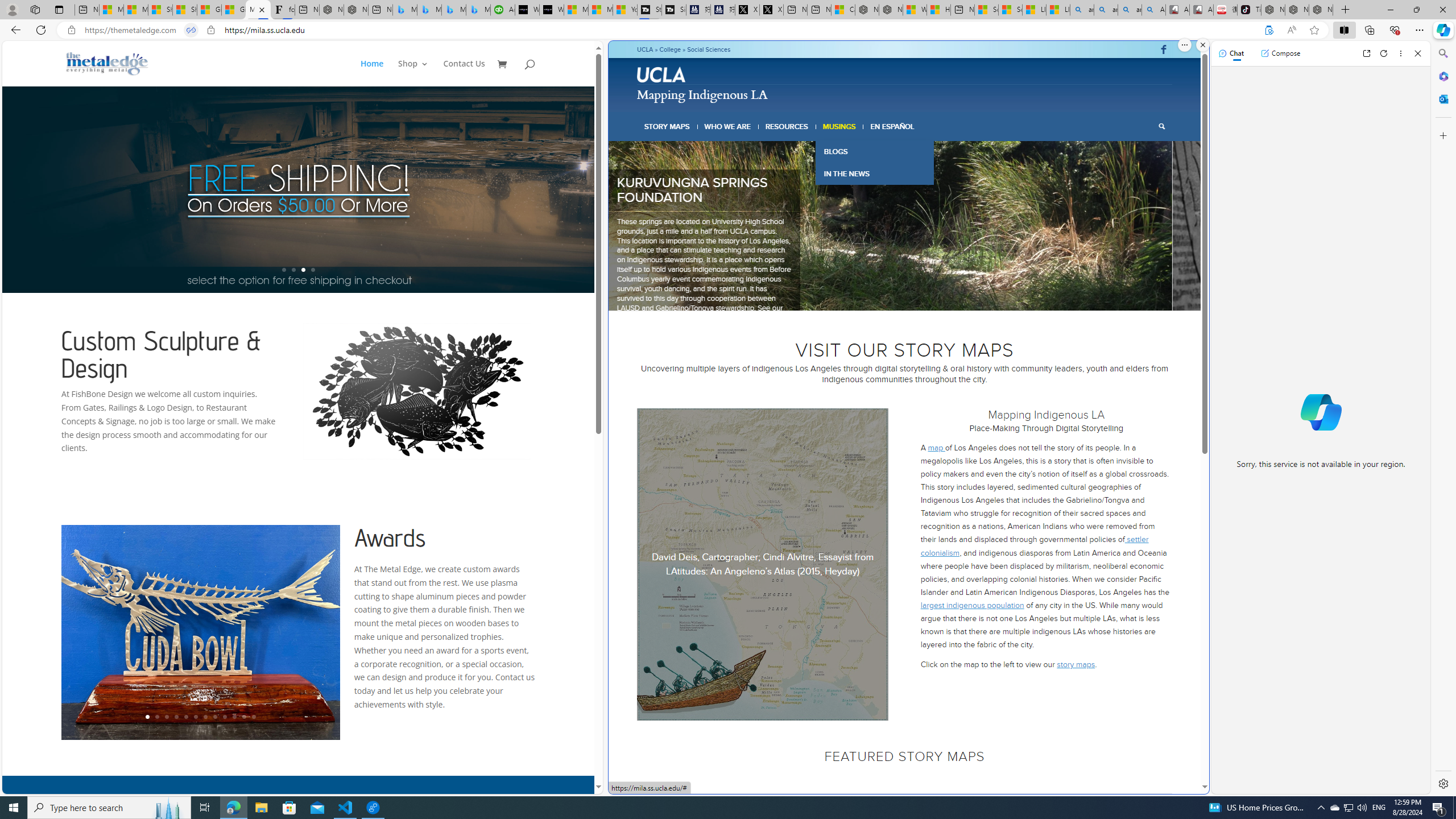  Describe the element at coordinates (1076, 664) in the screenshot. I see `'story maps'` at that location.